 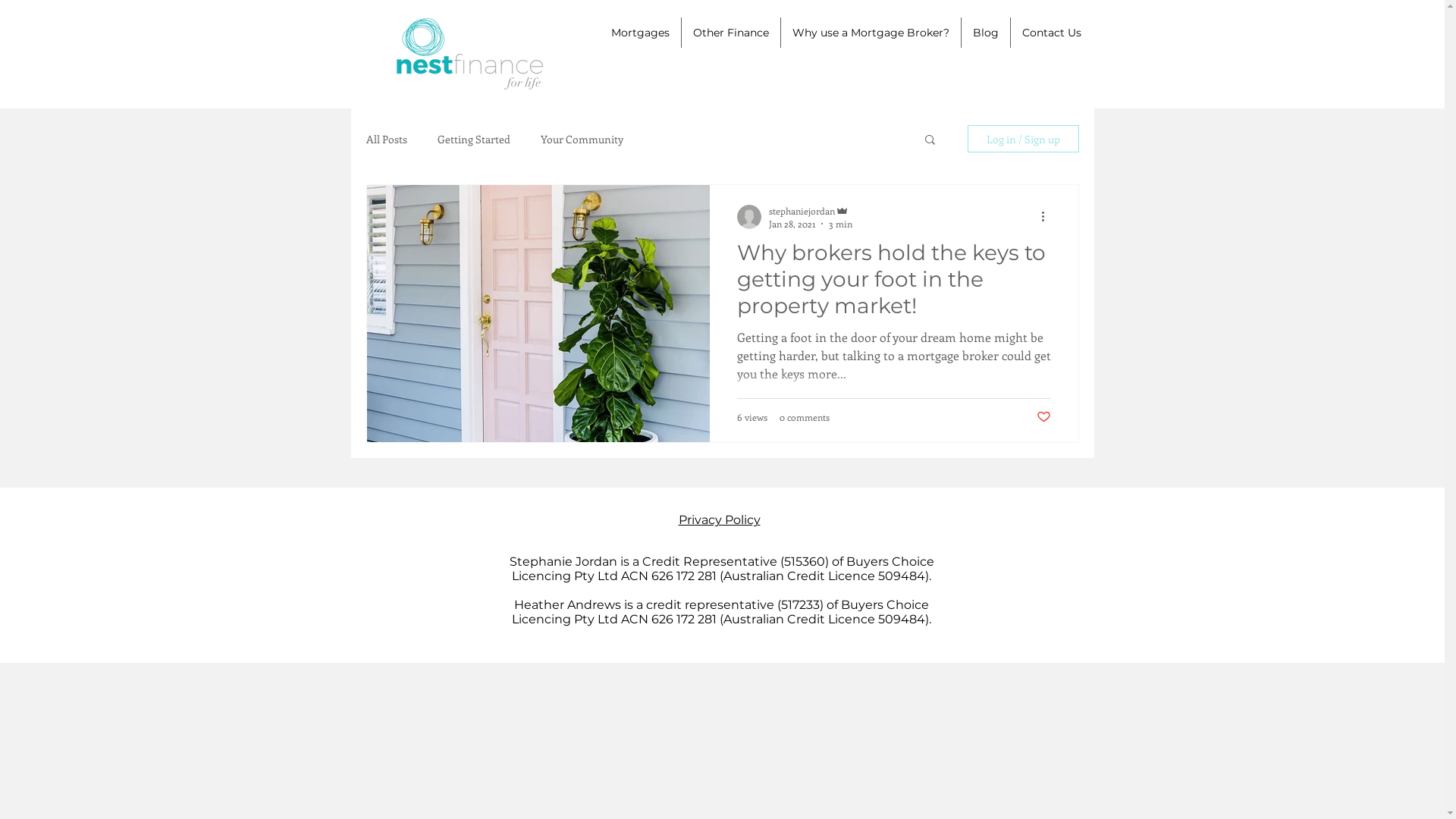 What do you see at coordinates (676, 519) in the screenshot?
I see `'Privacy Policy'` at bounding box center [676, 519].